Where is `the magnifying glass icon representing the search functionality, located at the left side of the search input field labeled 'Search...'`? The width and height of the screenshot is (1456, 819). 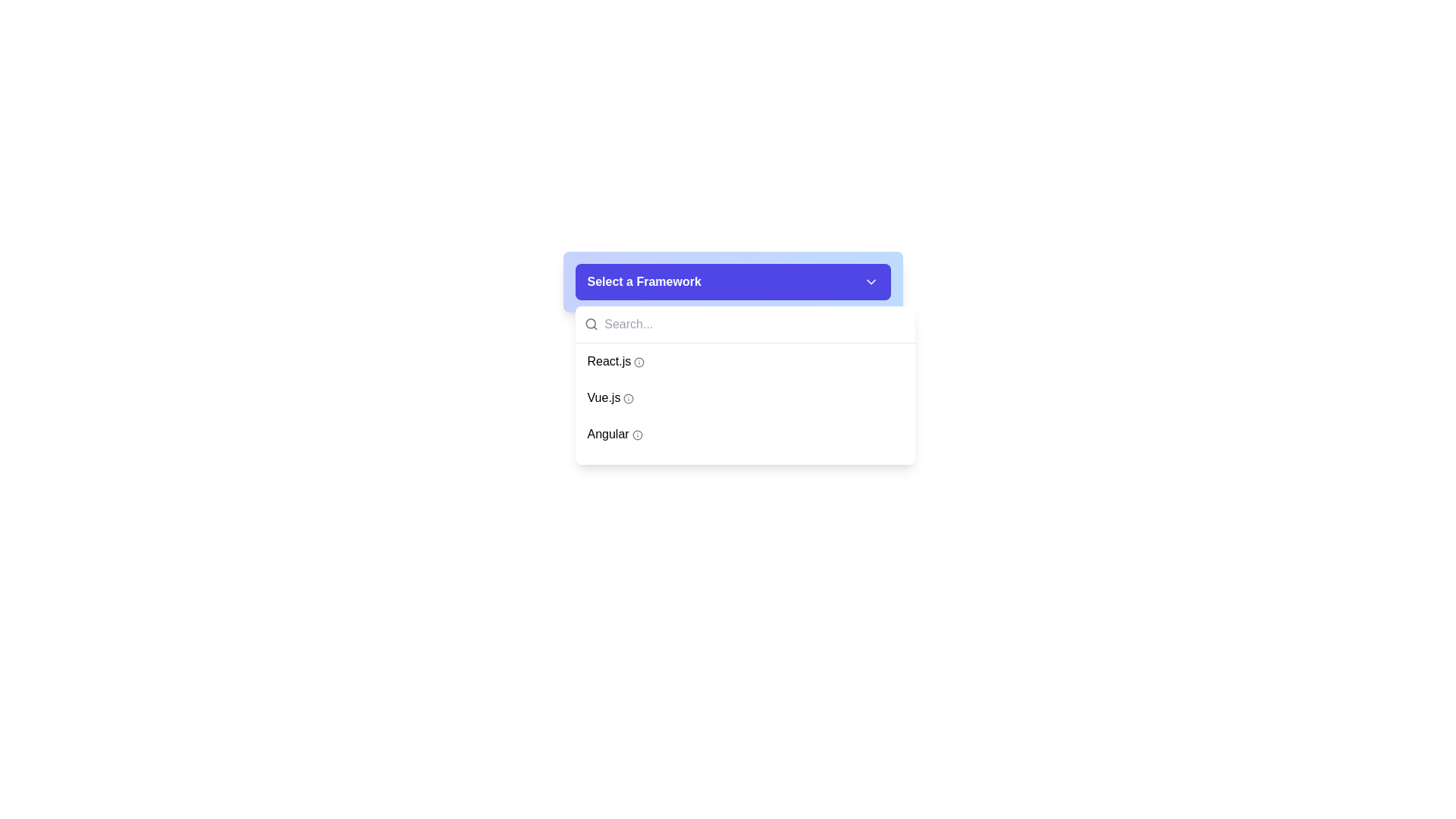 the magnifying glass icon representing the search functionality, located at the left side of the search input field labeled 'Search...' is located at coordinates (590, 324).